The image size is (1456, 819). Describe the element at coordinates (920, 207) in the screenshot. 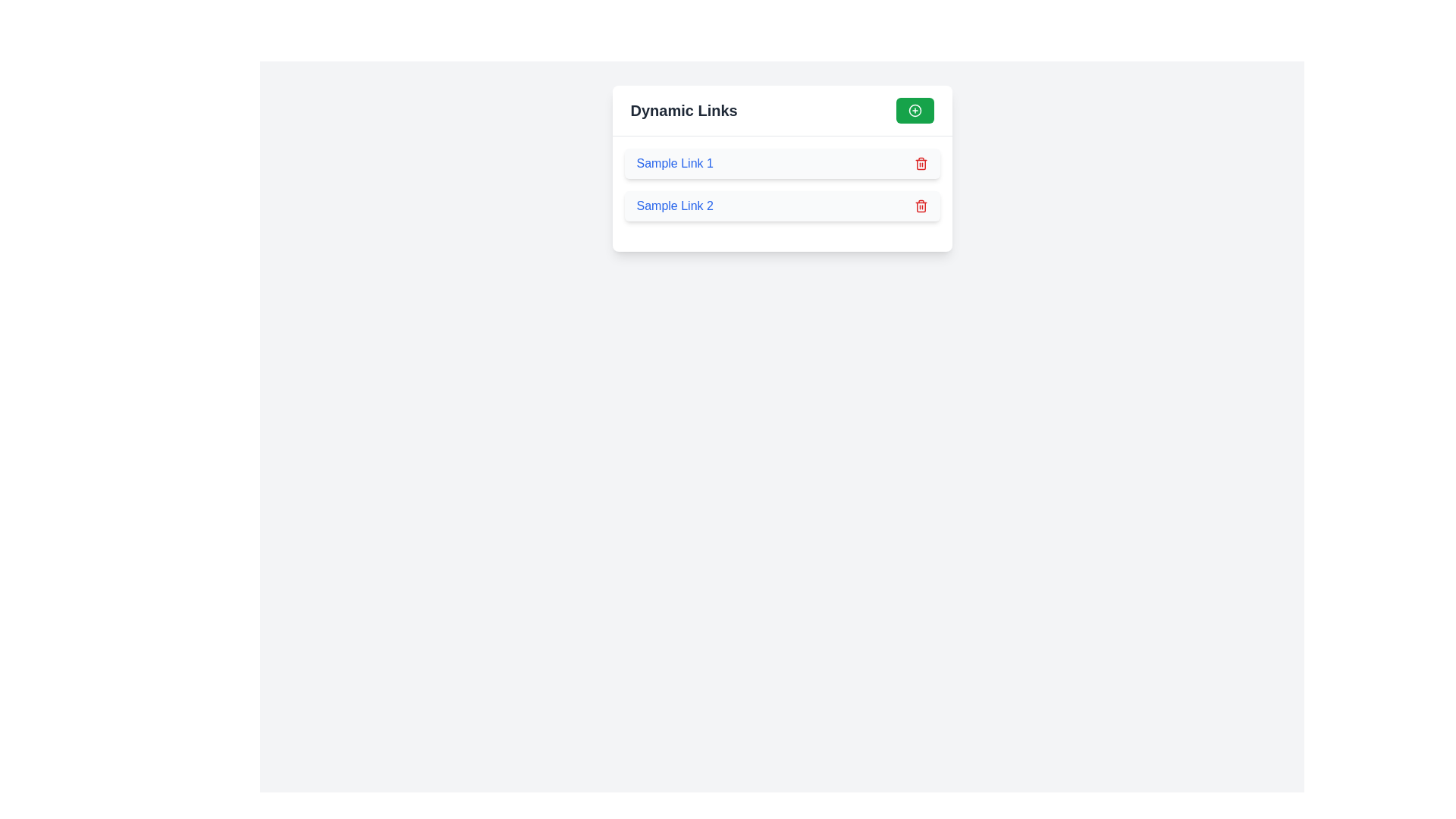

I see `the deletion icon located to the far right of the list item labeled 'Sample Link 2' to initiate the delete operation` at that location.